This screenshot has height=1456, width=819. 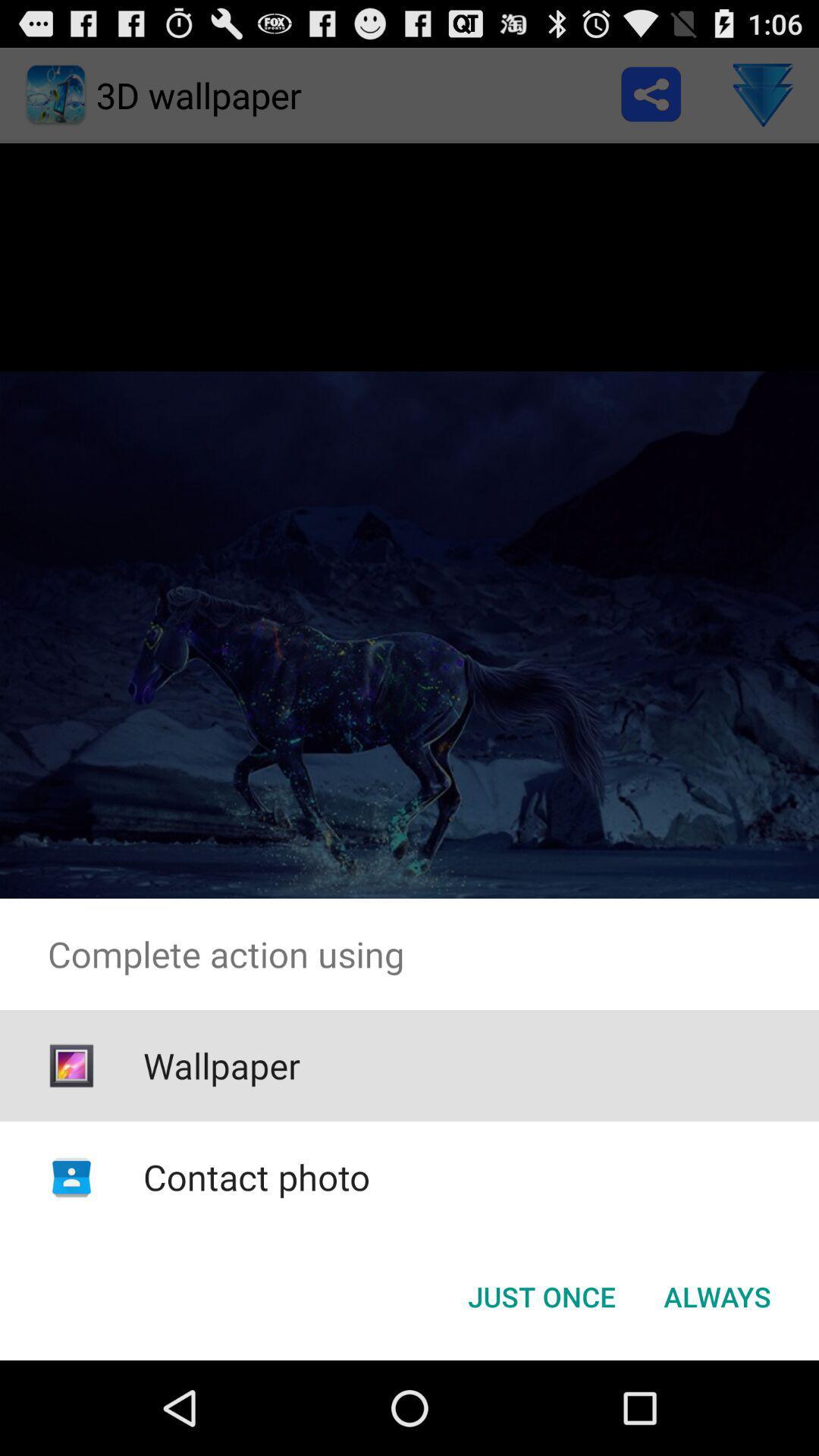 I want to click on icon next to the always button, so click(x=541, y=1295).